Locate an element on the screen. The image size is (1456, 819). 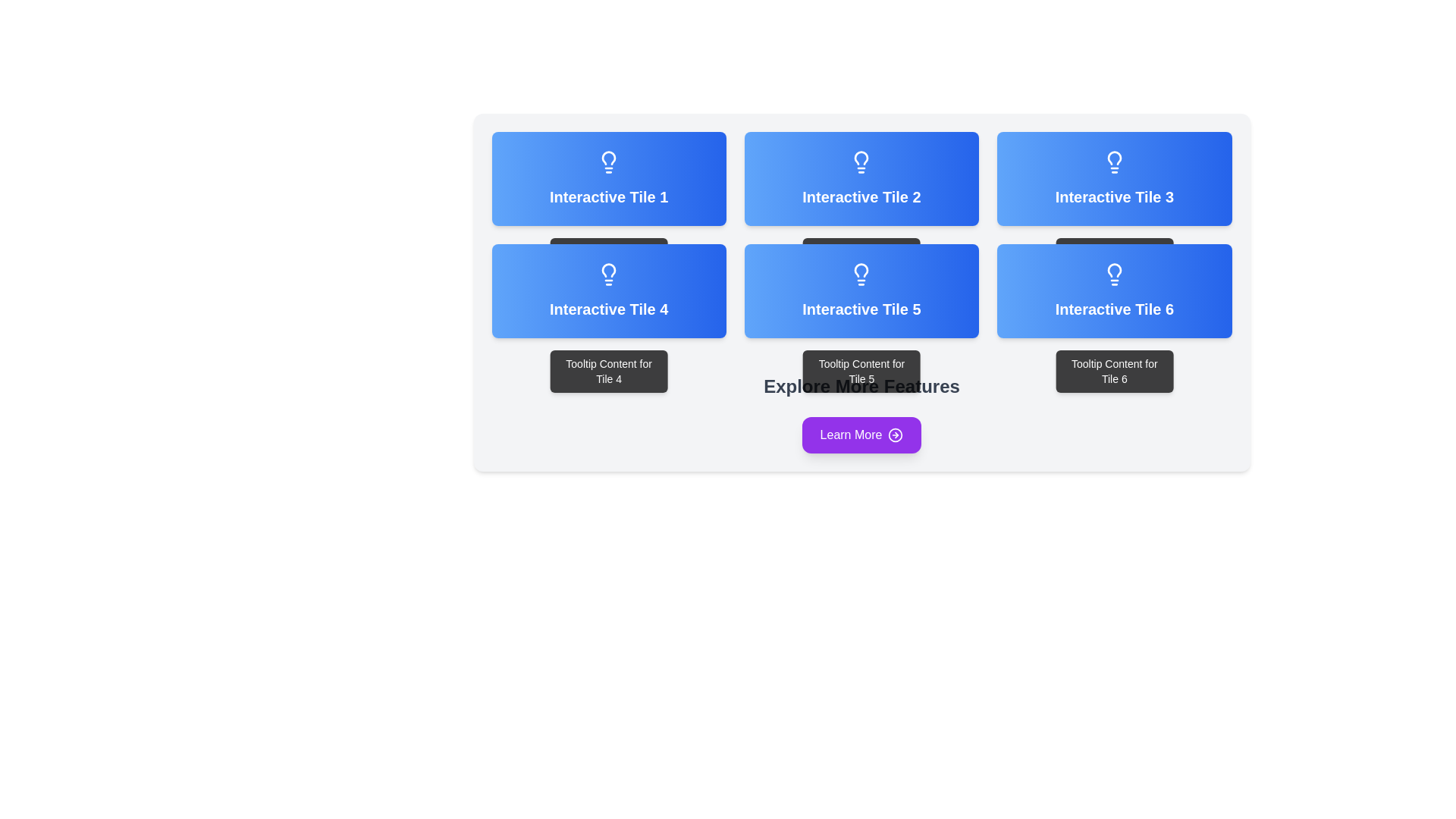
the decorative graphic within the lightbulb icon located in Interactive Tile 6 at the bottom right corner of the layout is located at coordinates (1114, 269).